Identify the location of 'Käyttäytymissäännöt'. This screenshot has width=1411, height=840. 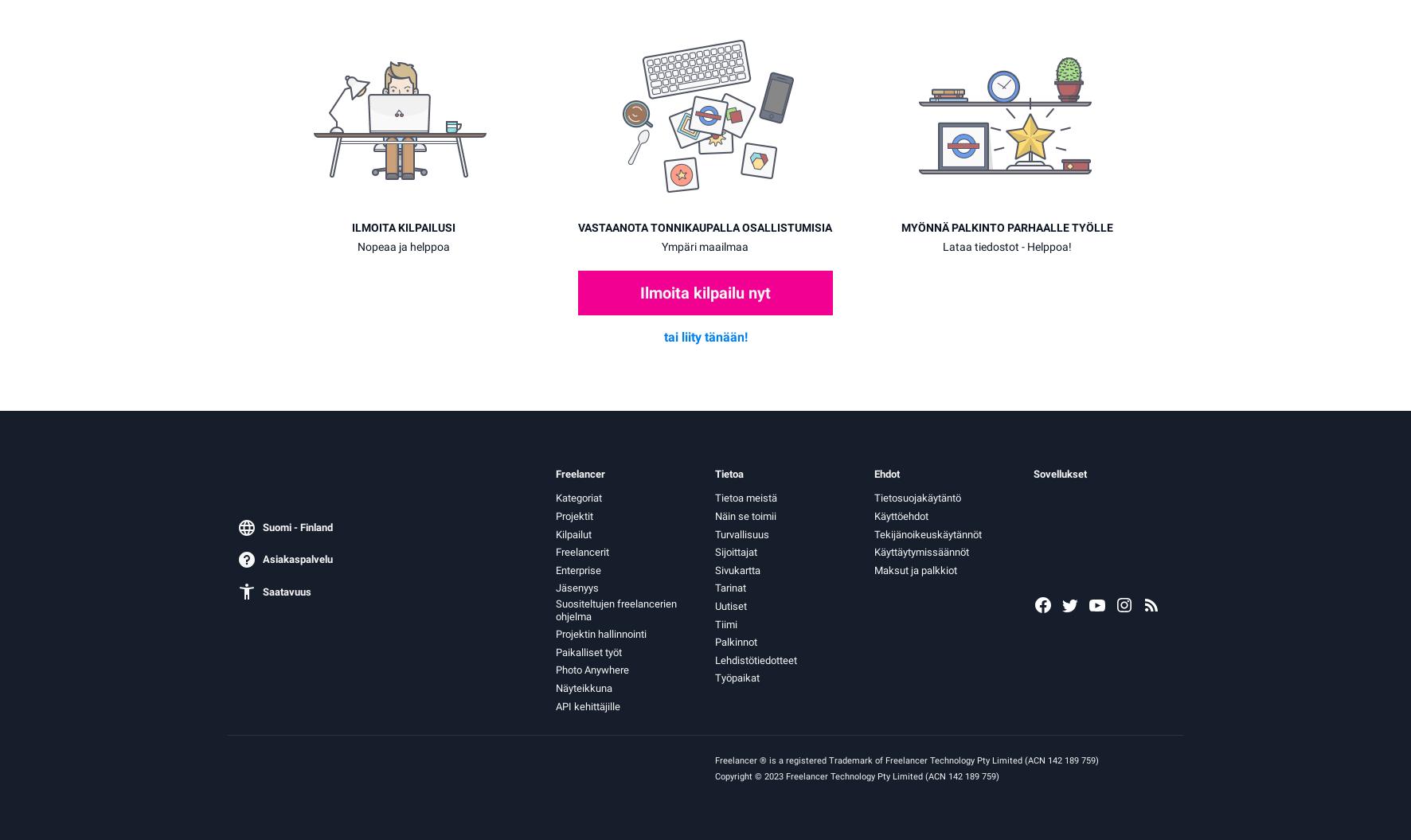
(920, 551).